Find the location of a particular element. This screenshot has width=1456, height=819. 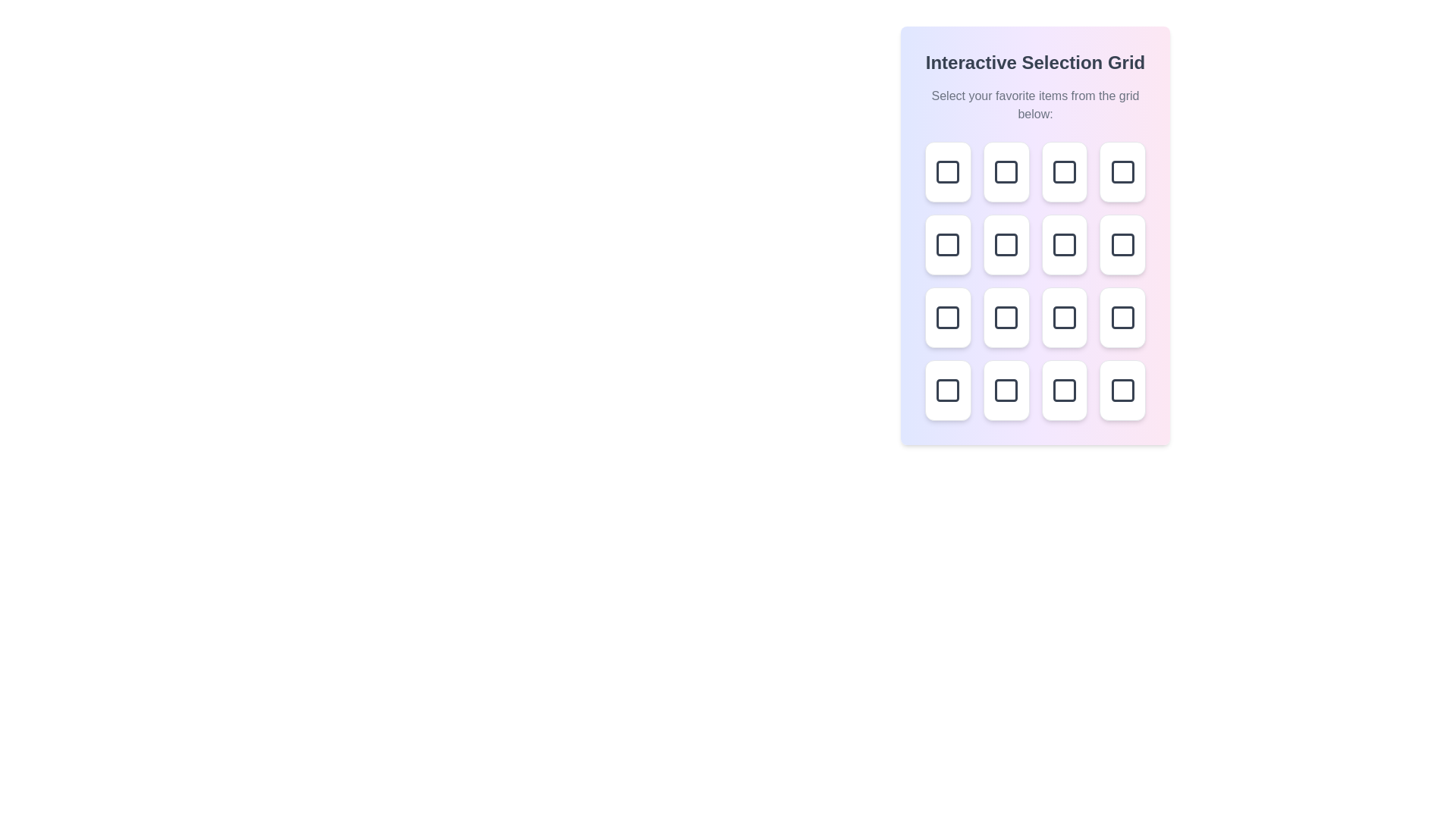

the second selectable item in the first row of the 'Interactive Selection Grid' is located at coordinates (1006, 171).